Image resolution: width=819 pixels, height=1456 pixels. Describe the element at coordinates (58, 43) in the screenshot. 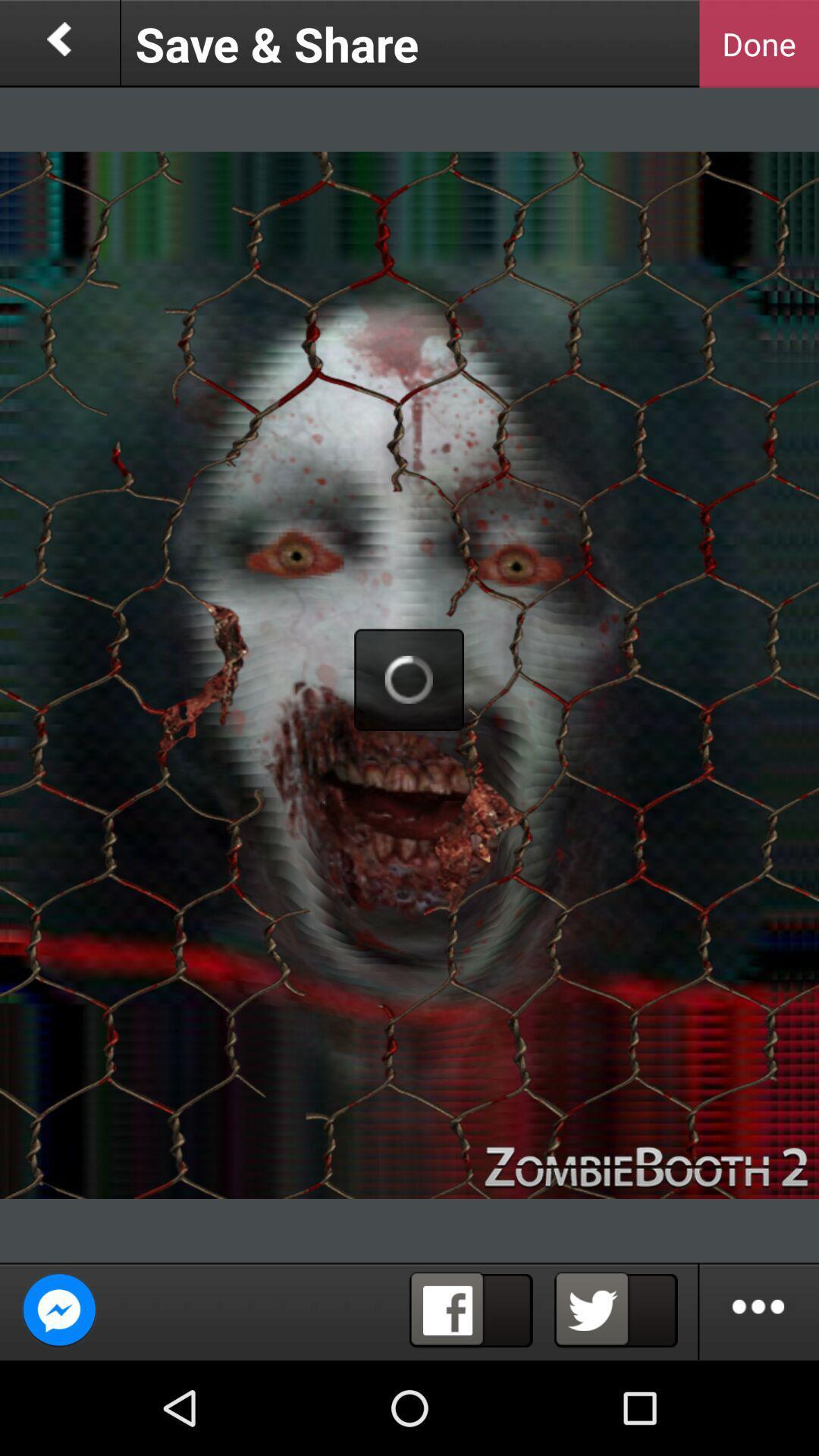

I see `previous` at that location.